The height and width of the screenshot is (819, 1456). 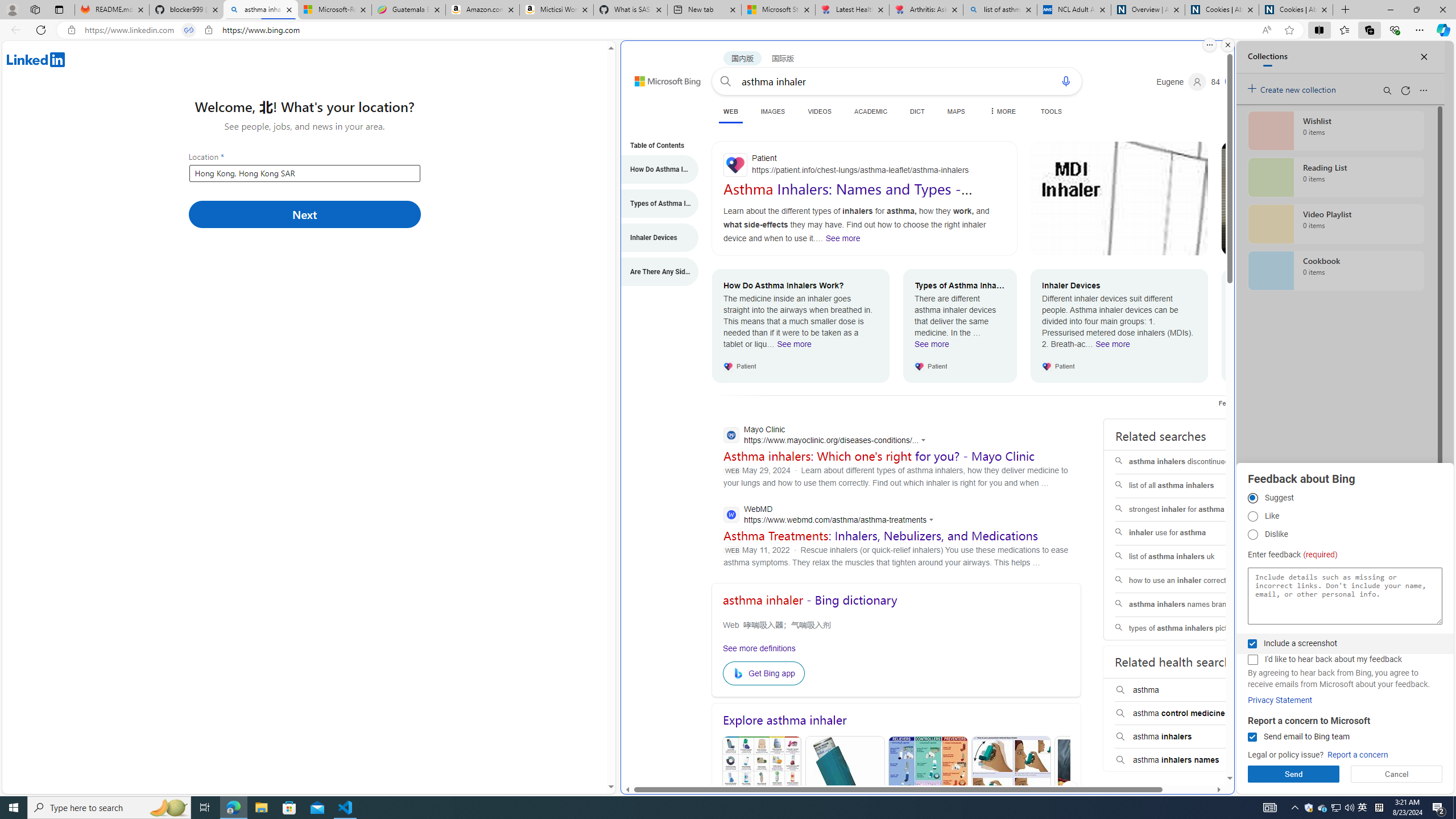 What do you see at coordinates (760, 790) in the screenshot?
I see `'Asthma Inhaler Colors'` at bounding box center [760, 790].